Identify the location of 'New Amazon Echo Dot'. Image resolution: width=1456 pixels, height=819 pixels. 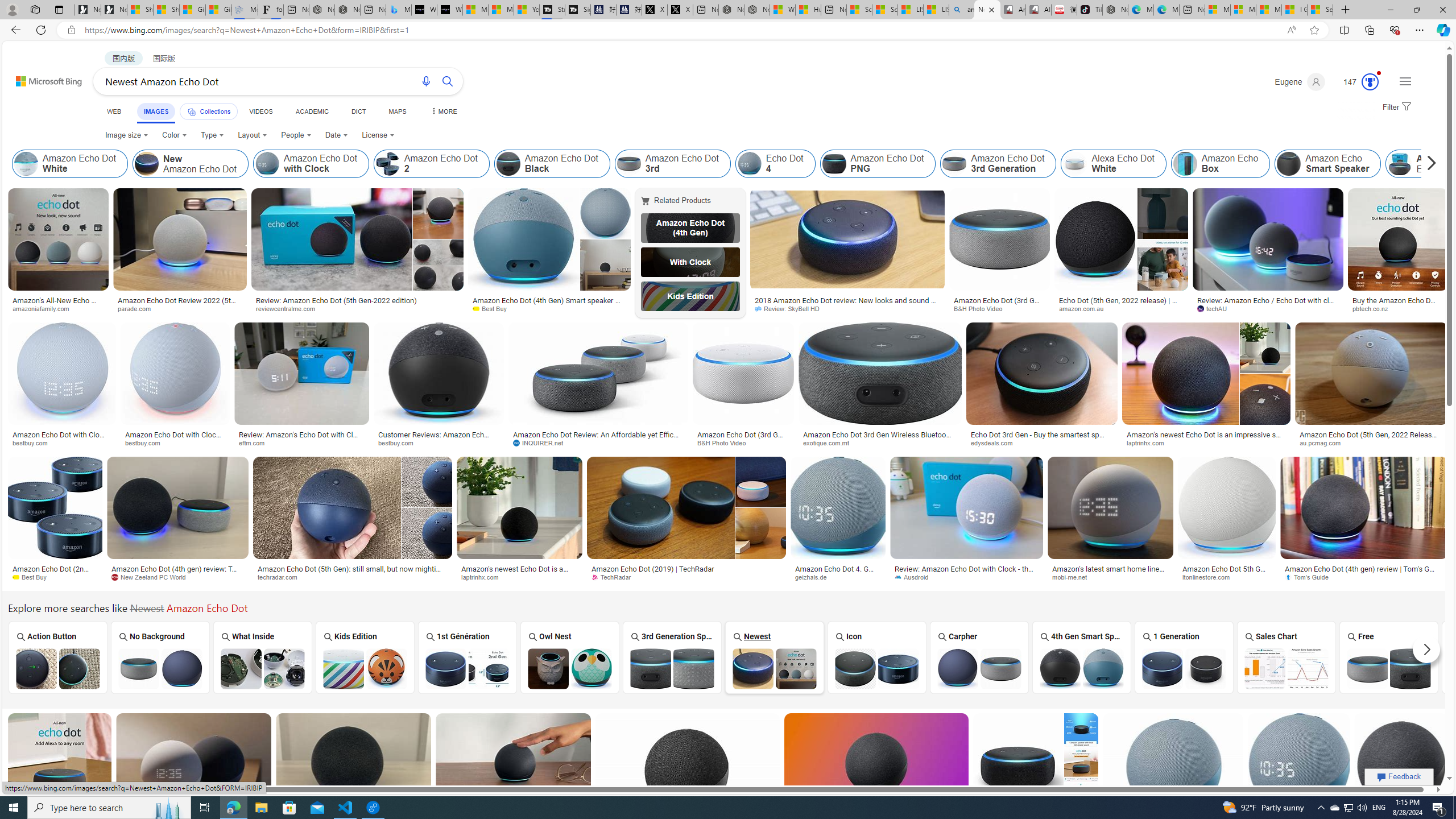
(146, 163).